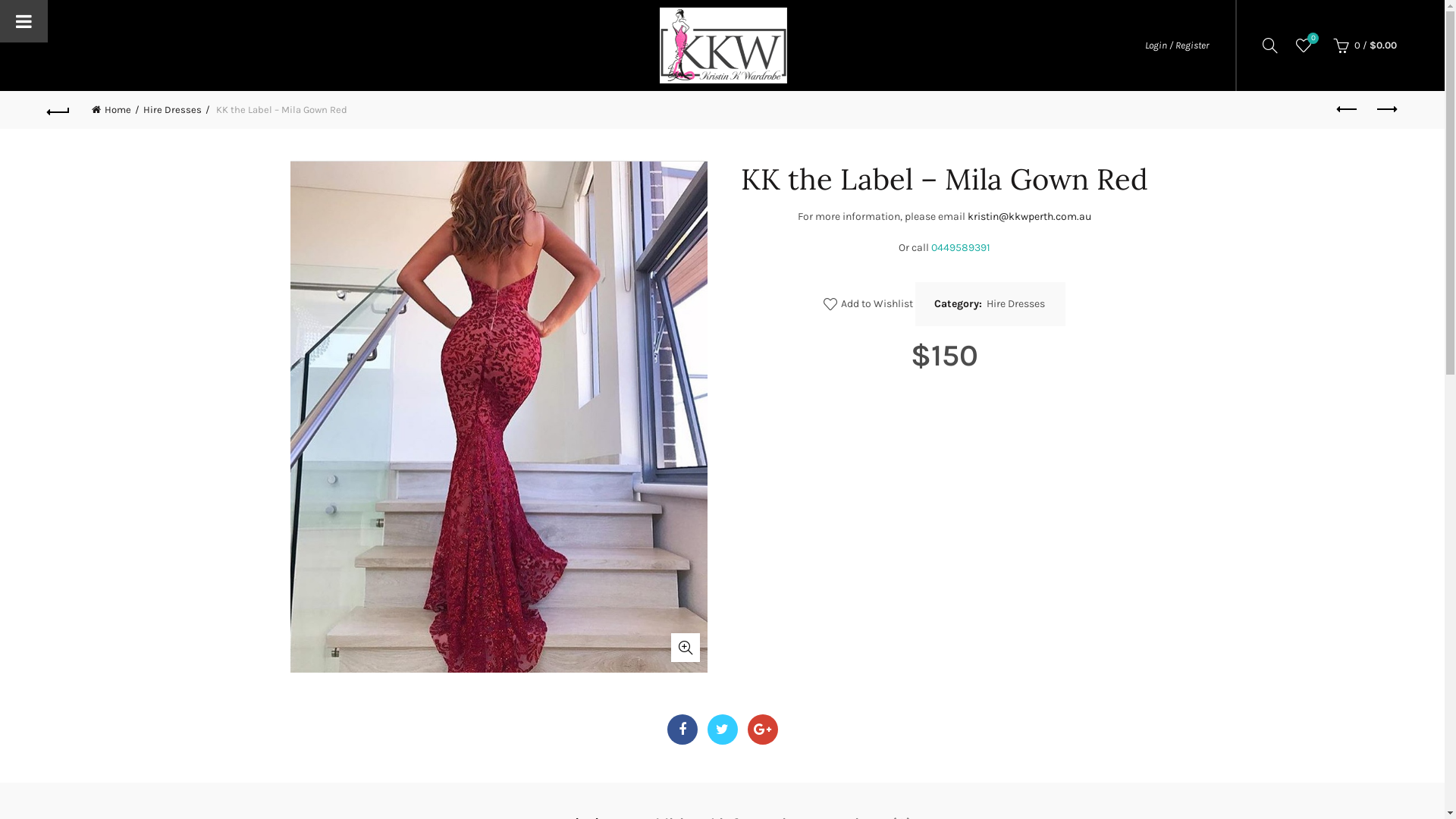  Describe the element at coordinates (290, 416) in the screenshot. I see `'47226340-601E-4D7D-B060-893178FAD881'` at that location.